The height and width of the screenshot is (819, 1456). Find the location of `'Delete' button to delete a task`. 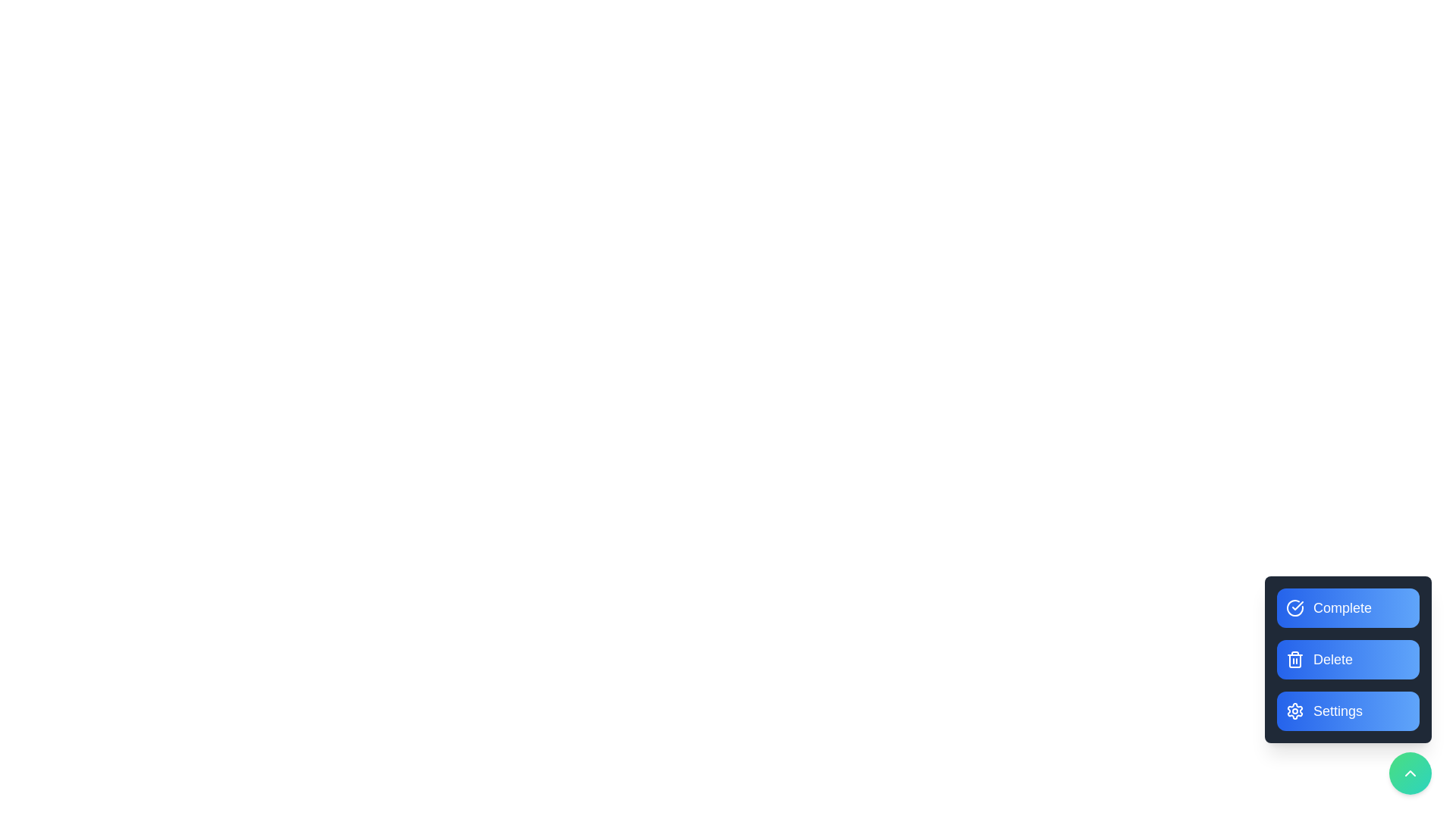

'Delete' button to delete a task is located at coordinates (1348, 659).